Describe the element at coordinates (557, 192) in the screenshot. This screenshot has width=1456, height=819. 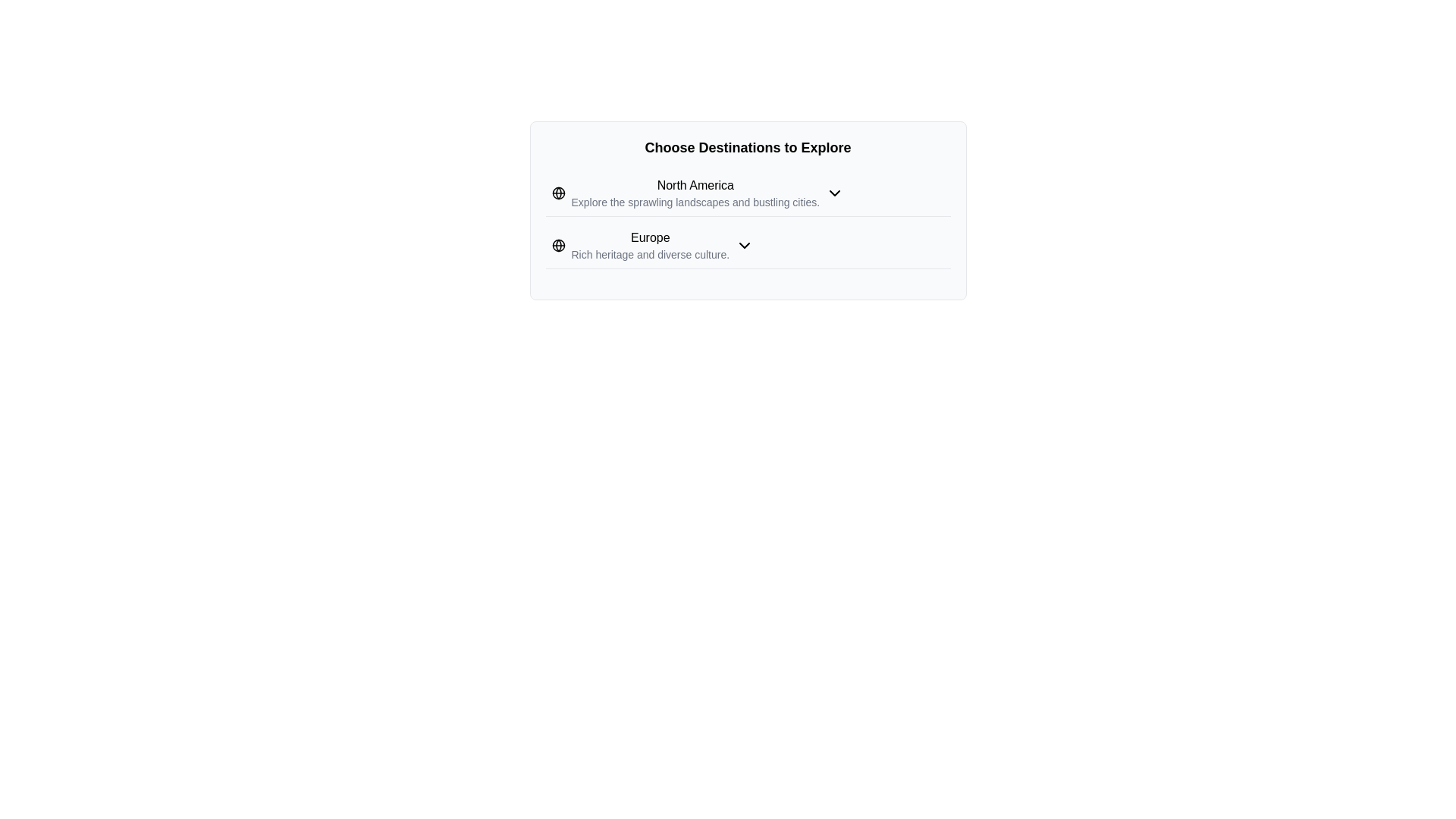
I see `the outer circular border of the globe icon, which is black in color and located to the left of the 'Europe' label in the second row of a list within a card layout` at that location.